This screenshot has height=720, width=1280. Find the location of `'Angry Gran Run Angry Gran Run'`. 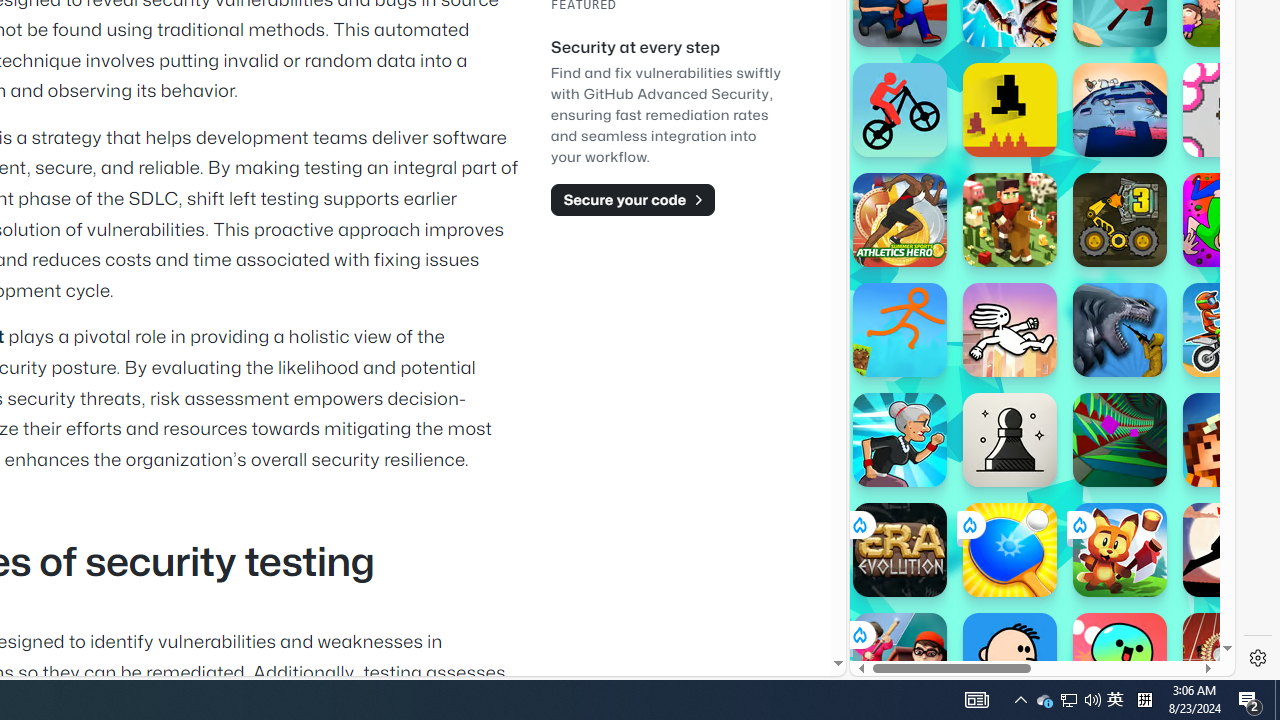

'Angry Gran Run Angry Gran Run' is located at coordinates (898, 438).